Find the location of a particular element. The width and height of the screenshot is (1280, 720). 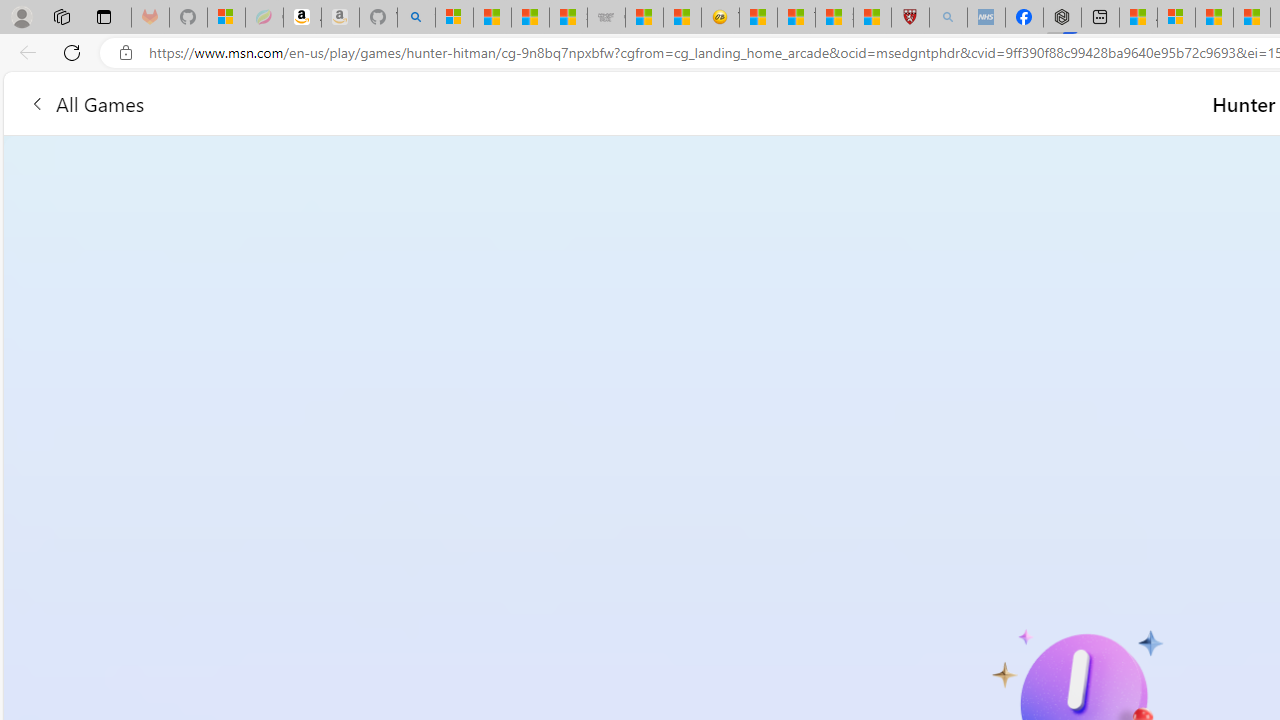

'Robert H. Shmerling, MD - Harvard Health' is located at coordinates (909, 17).